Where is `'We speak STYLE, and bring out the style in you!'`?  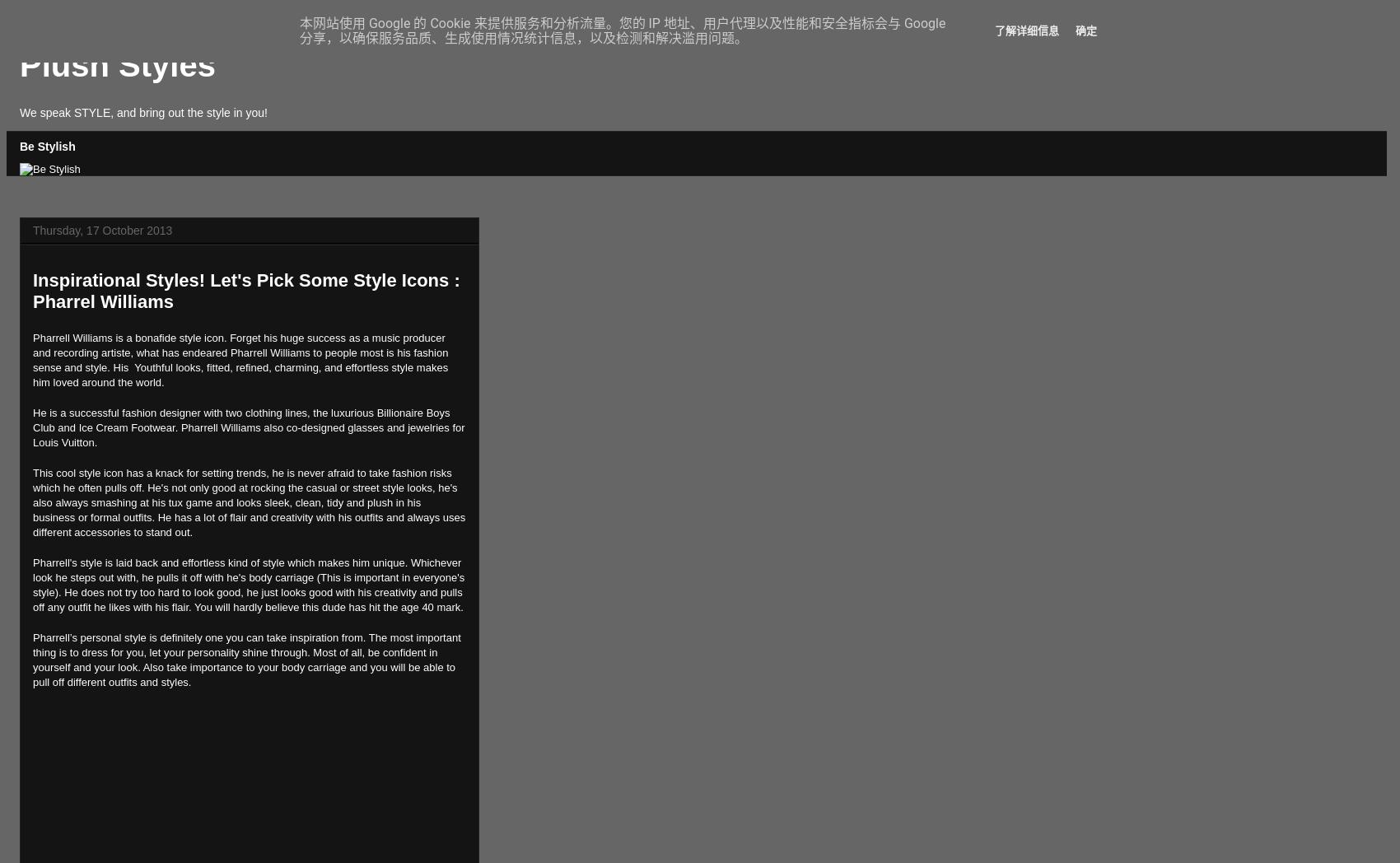 'We speak STYLE, and bring out the style in you!' is located at coordinates (142, 112).